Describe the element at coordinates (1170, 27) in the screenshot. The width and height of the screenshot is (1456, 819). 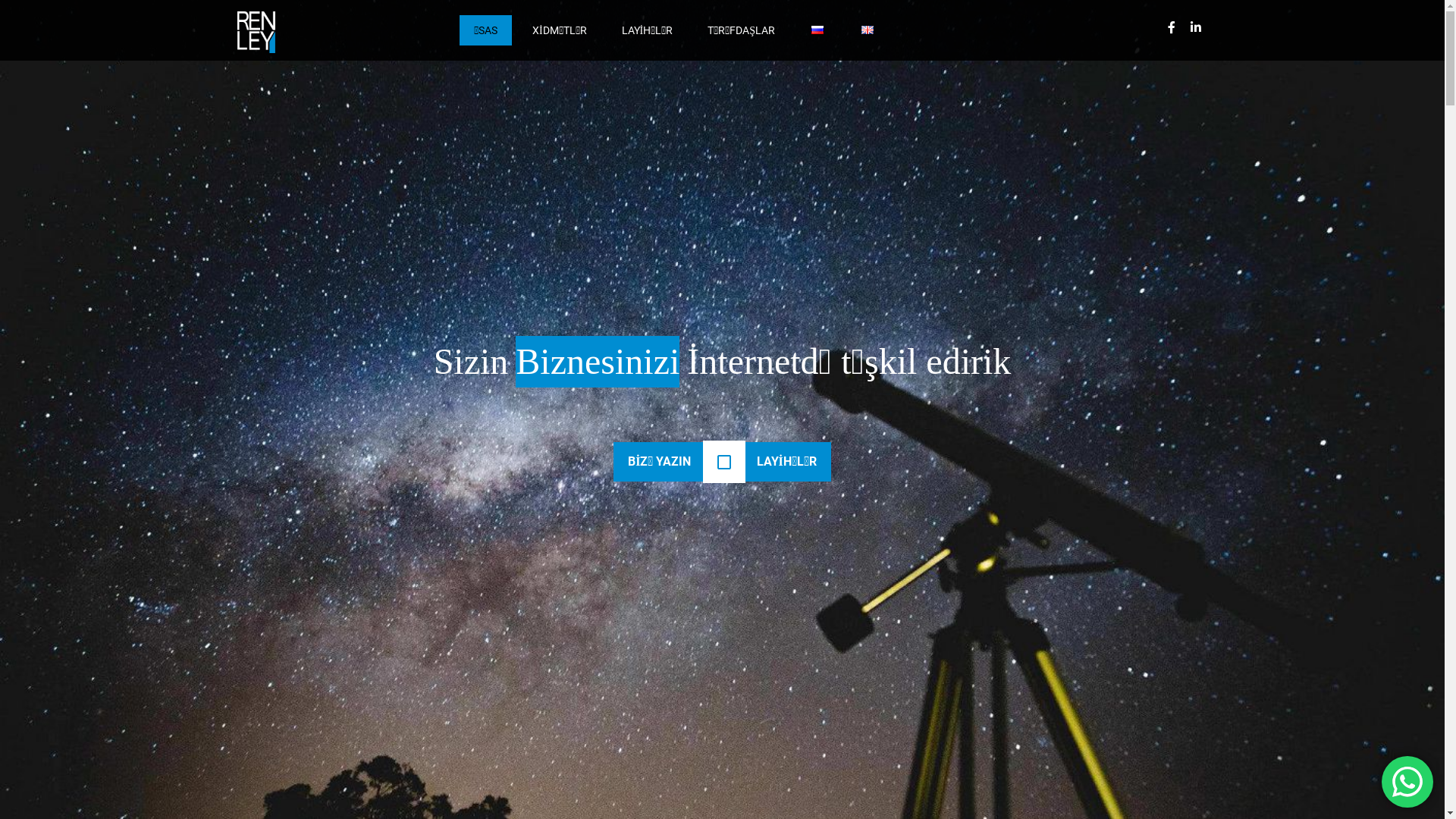
I see `'Facebook'` at that location.